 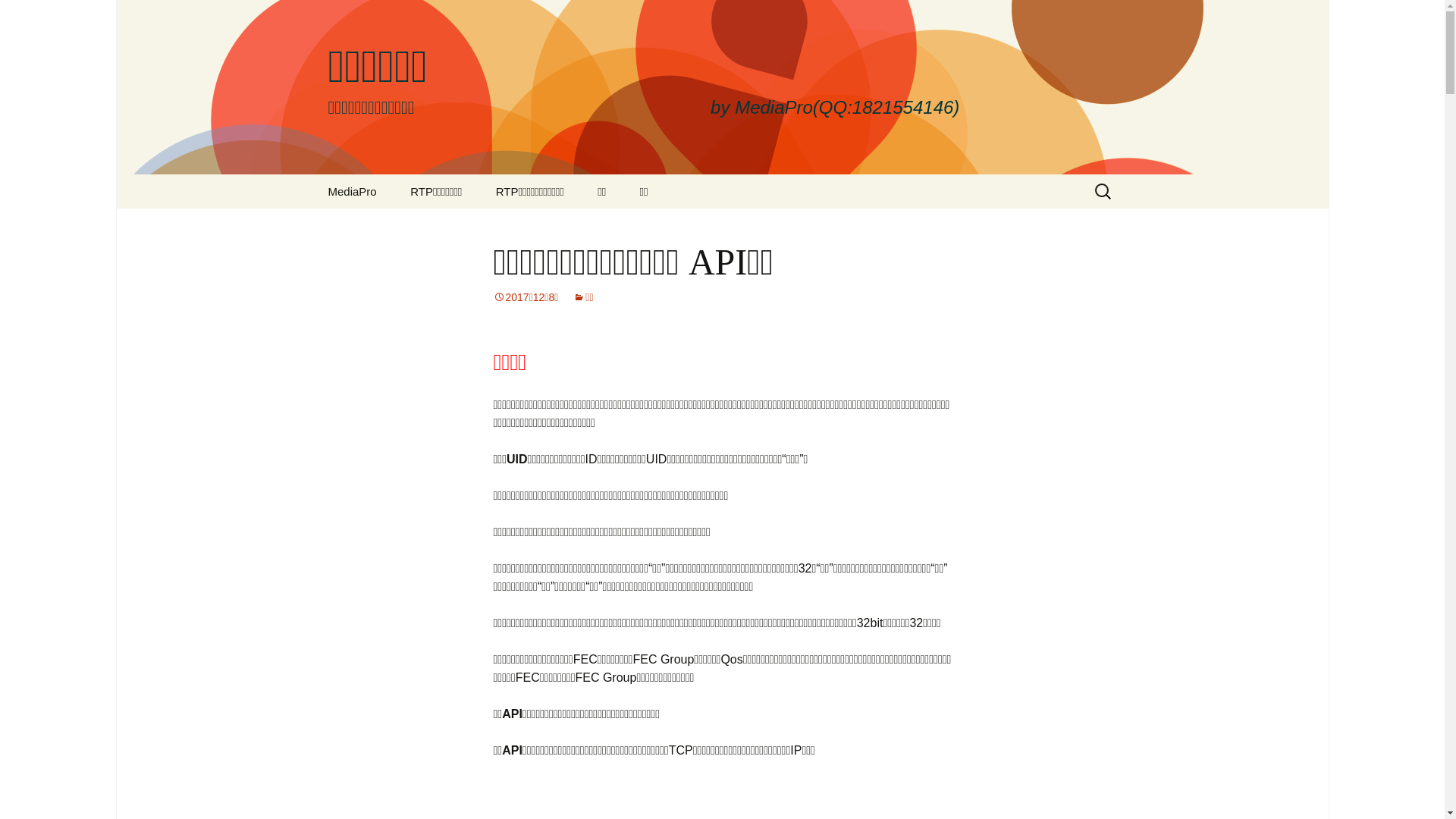 I want to click on 'MediaPro', so click(x=351, y=190).